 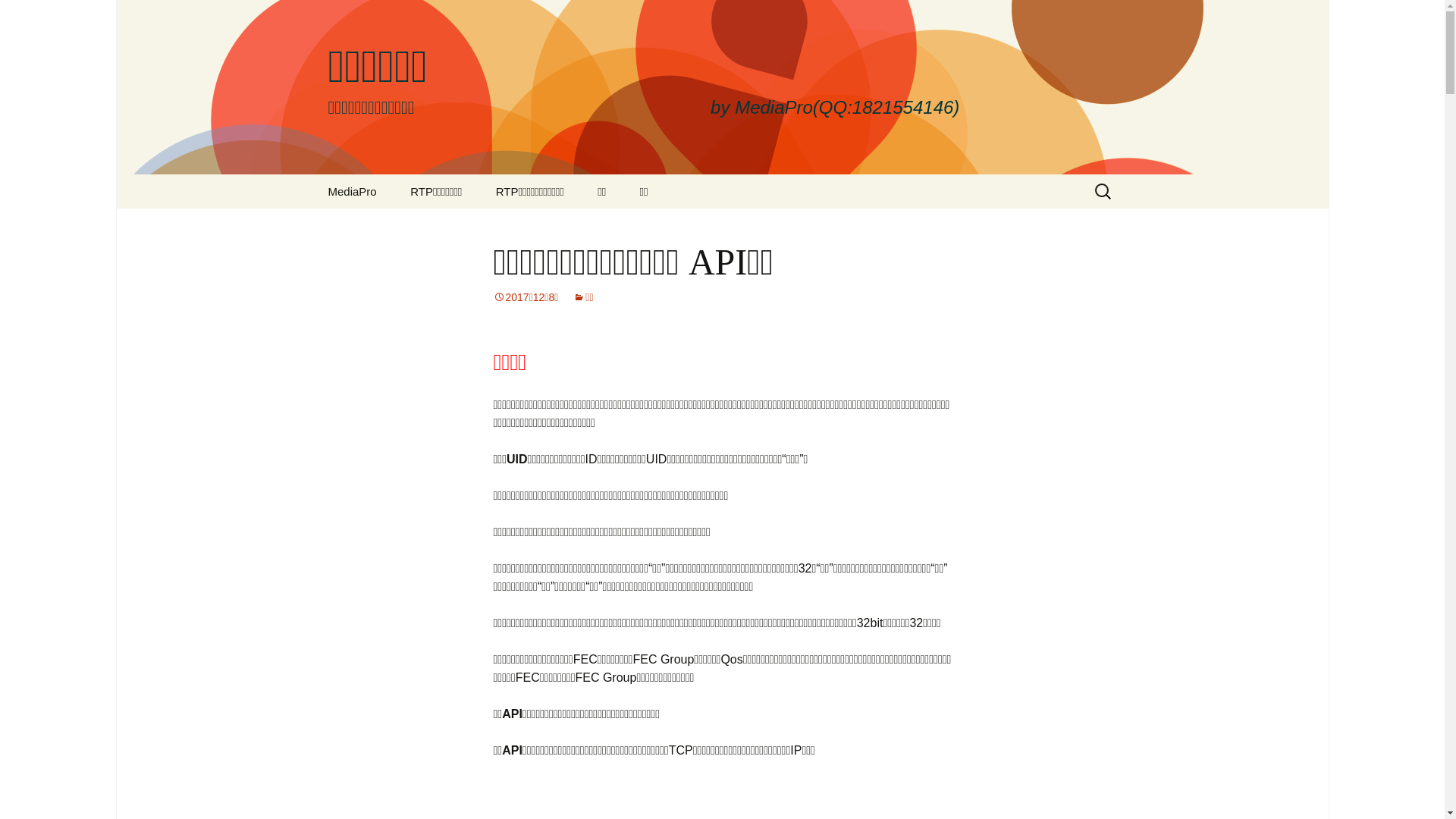 I want to click on 'MediaPro', so click(x=351, y=190).